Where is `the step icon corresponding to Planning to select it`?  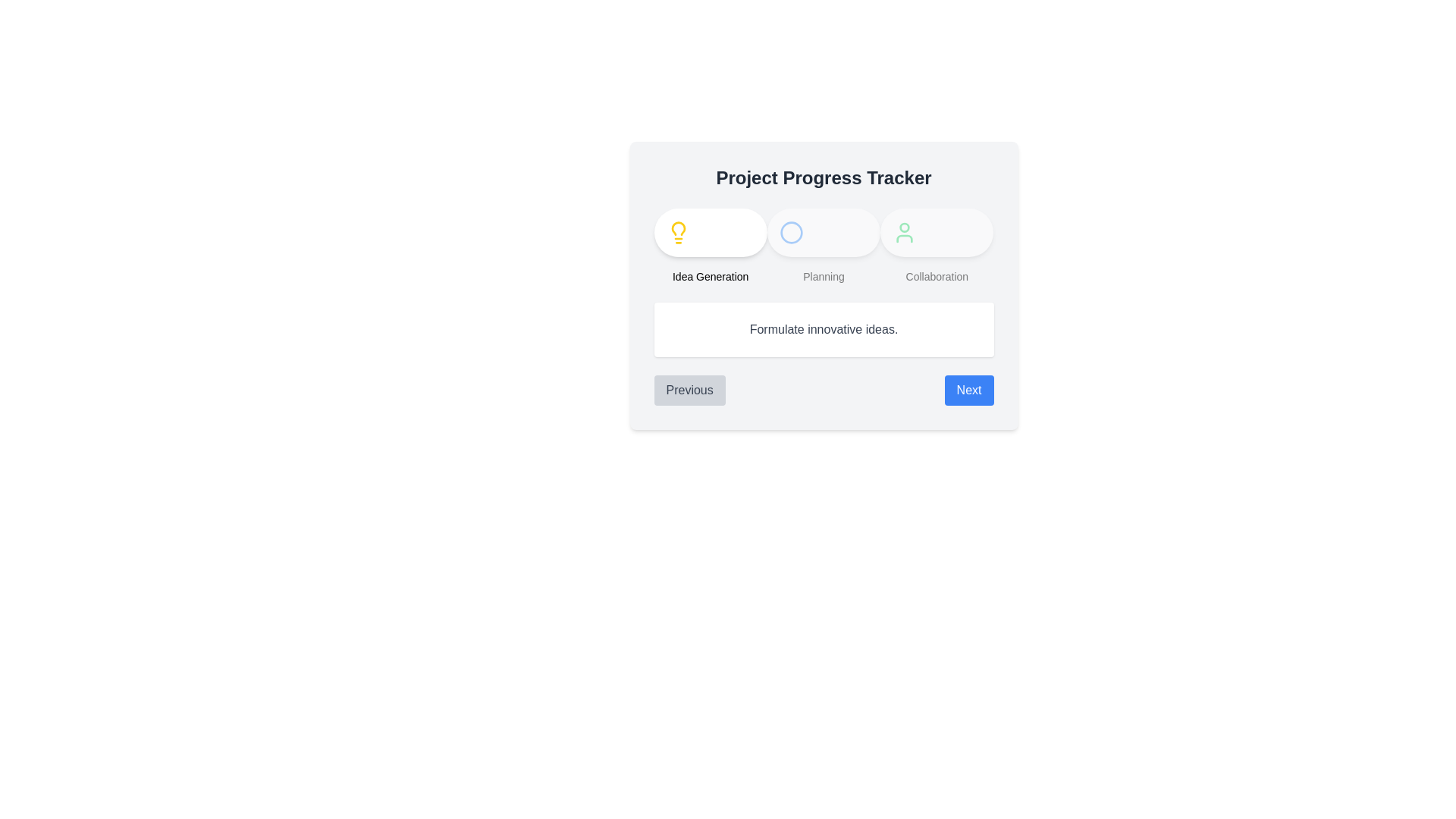
the step icon corresponding to Planning to select it is located at coordinates (790, 233).